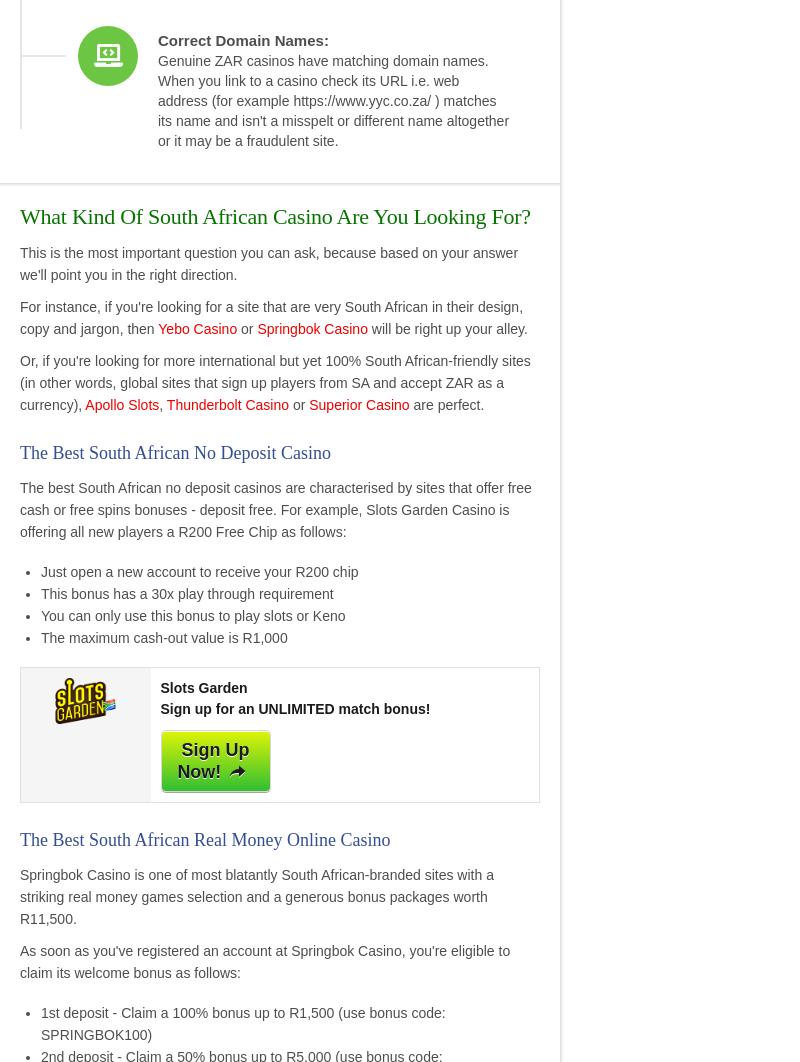 The height and width of the screenshot is (1062, 800). What do you see at coordinates (445, 402) in the screenshot?
I see `'are perfect.'` at bounding box center [445, 402].